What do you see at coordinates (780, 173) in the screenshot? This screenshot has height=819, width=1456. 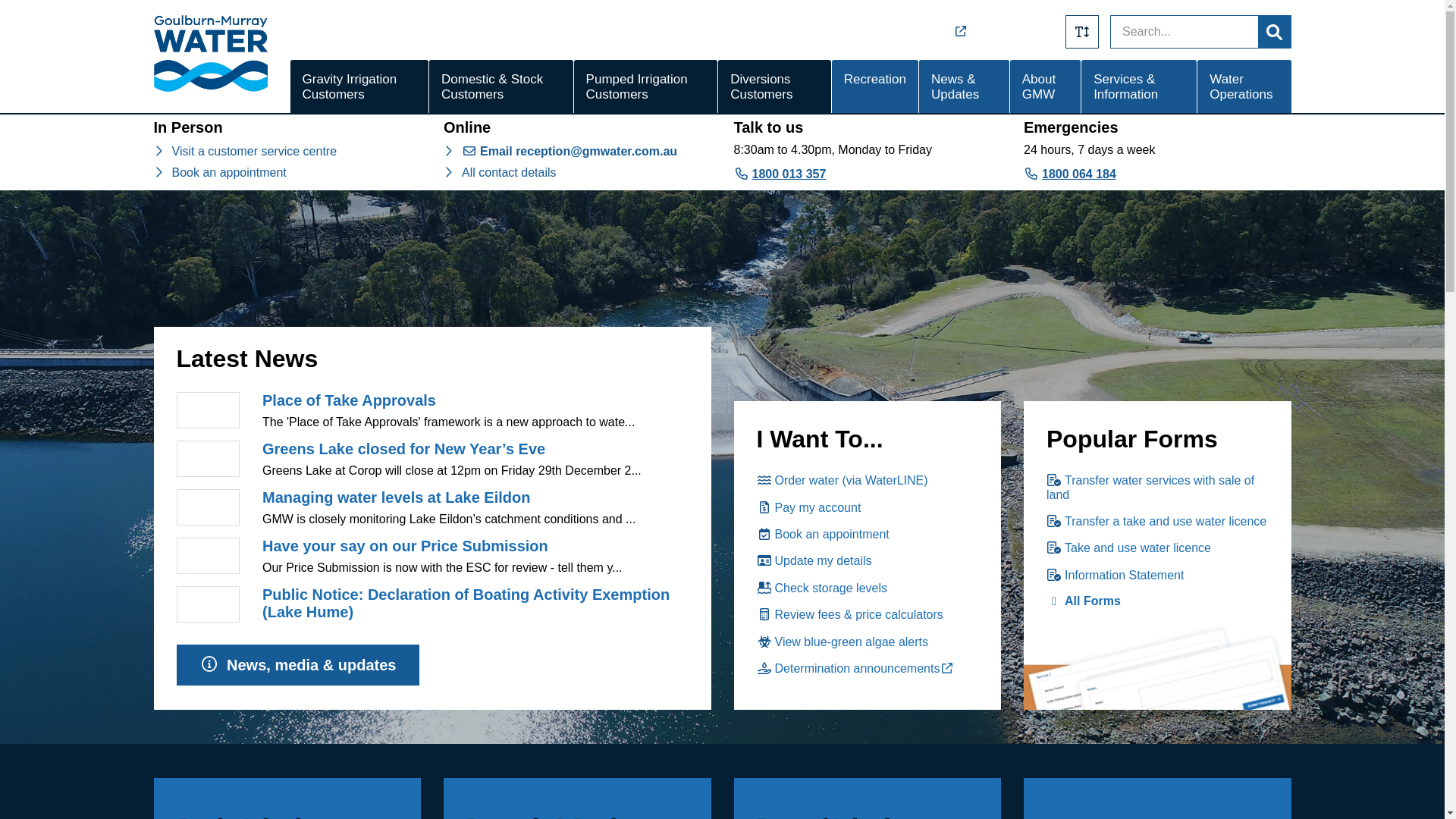 I see `'1800 013 357'` at bounding box center [780, 173].